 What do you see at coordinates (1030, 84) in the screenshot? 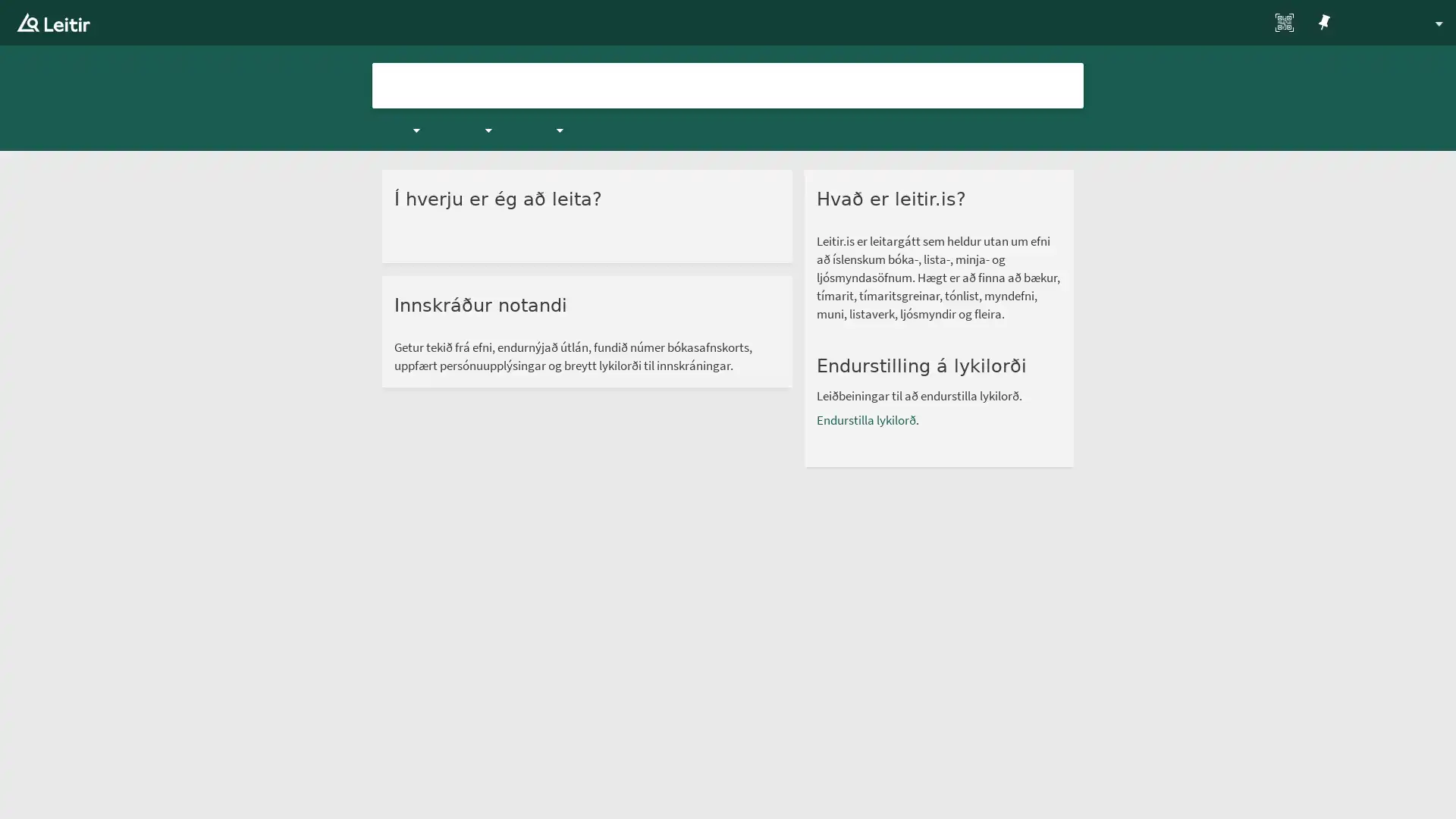
I see `Opna raddleit` at bounding box center [1030, 84].